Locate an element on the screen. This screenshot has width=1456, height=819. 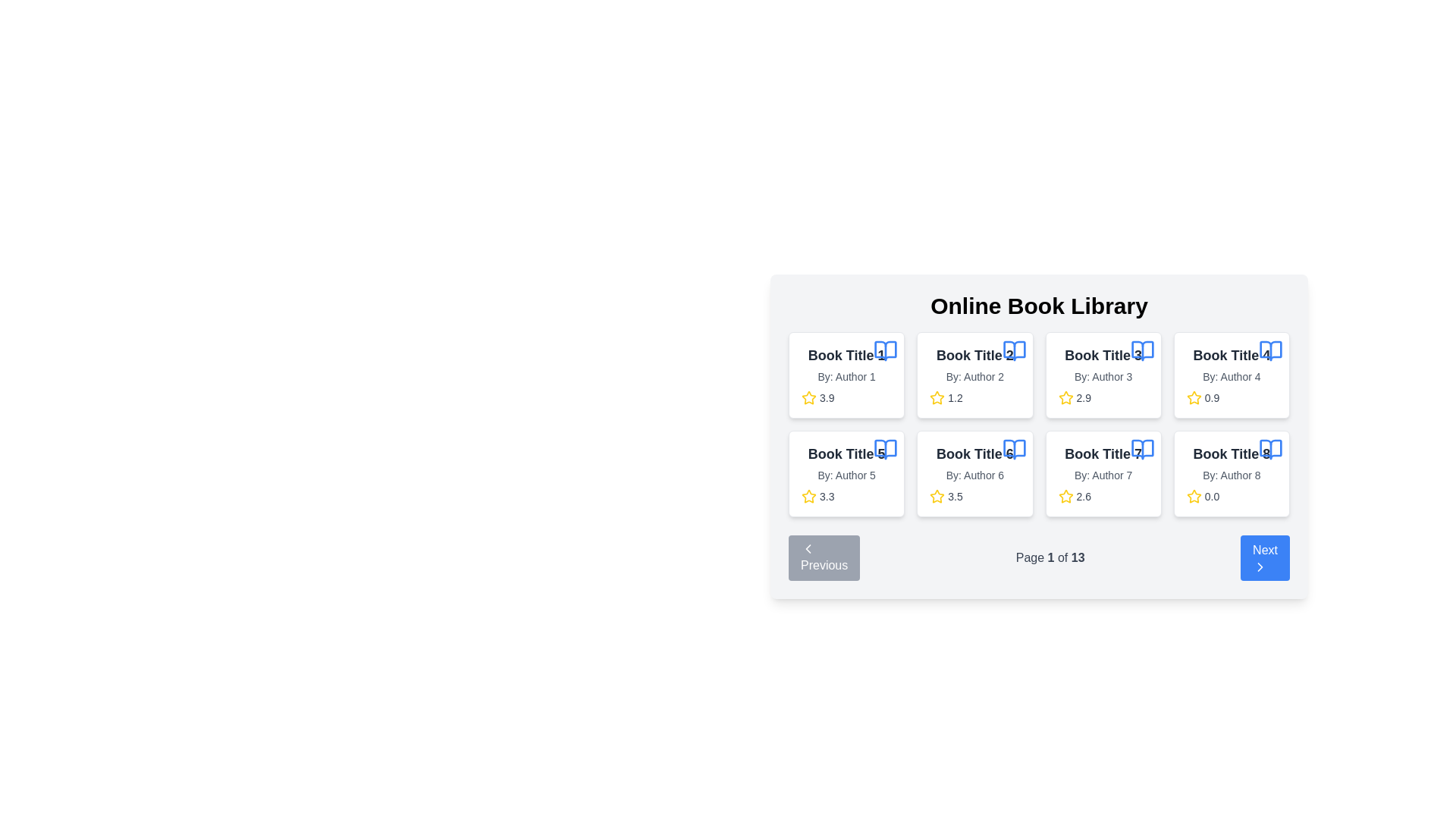
the text label displaying the value '3.3', which is located under 'Book Title 5' and adjacent to a yellow star icon is located at coordinates (826, 497).